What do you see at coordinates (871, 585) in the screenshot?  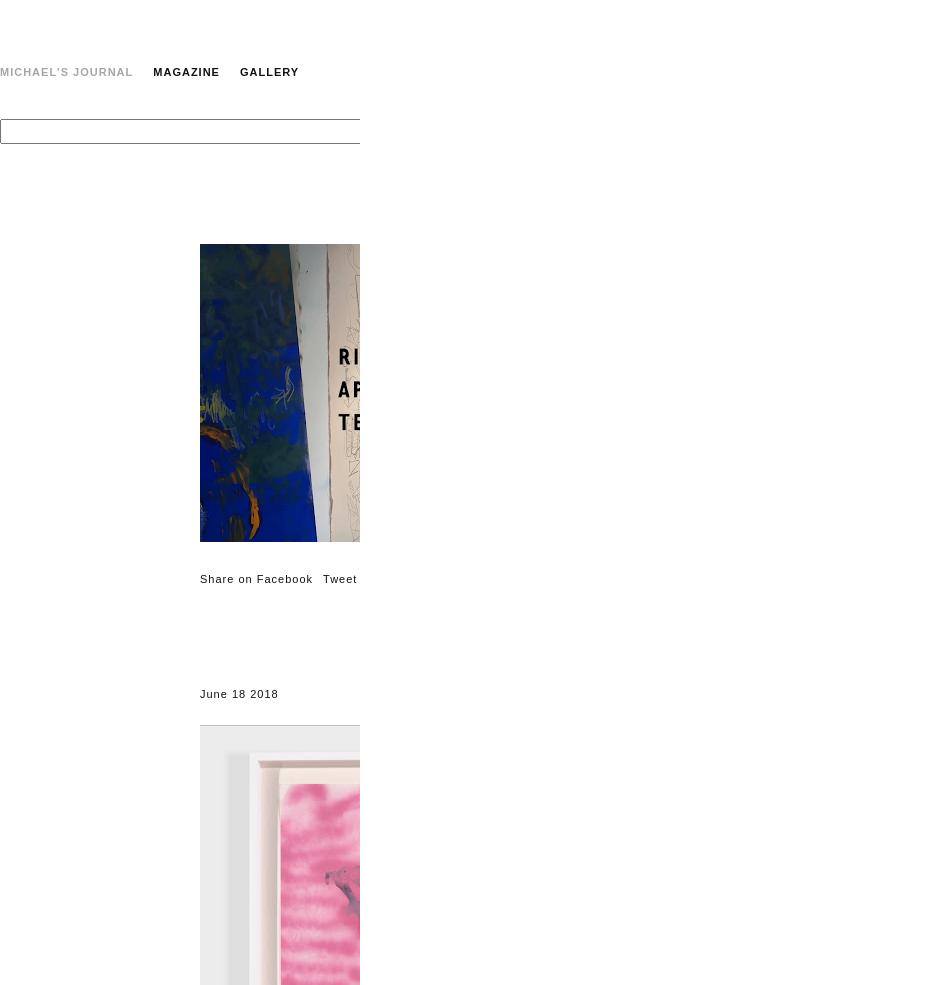 I see `'Subscribe'` at bounding box center [871, 585].